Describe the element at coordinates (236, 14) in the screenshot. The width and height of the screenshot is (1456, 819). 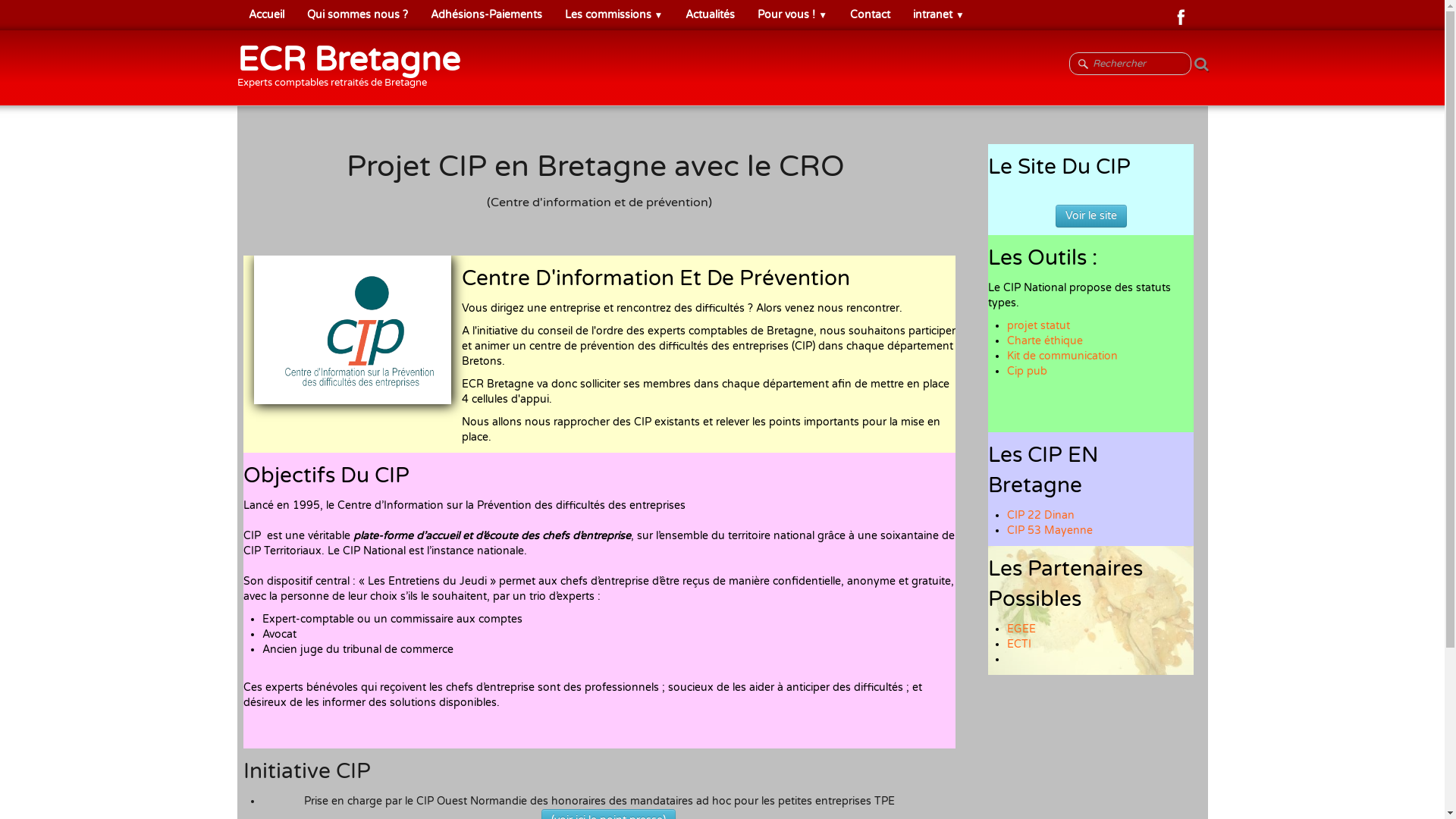
I see `'Accueil'` at that location.